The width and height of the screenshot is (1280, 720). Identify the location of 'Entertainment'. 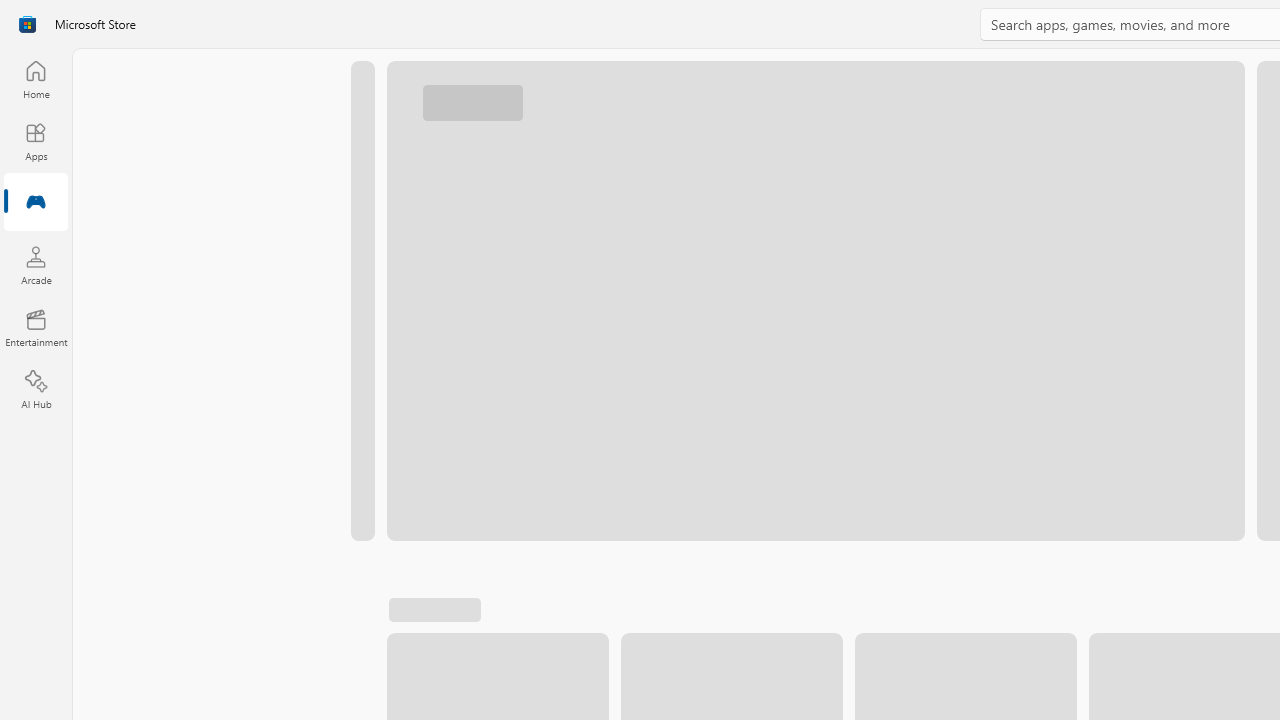
(35, 326).